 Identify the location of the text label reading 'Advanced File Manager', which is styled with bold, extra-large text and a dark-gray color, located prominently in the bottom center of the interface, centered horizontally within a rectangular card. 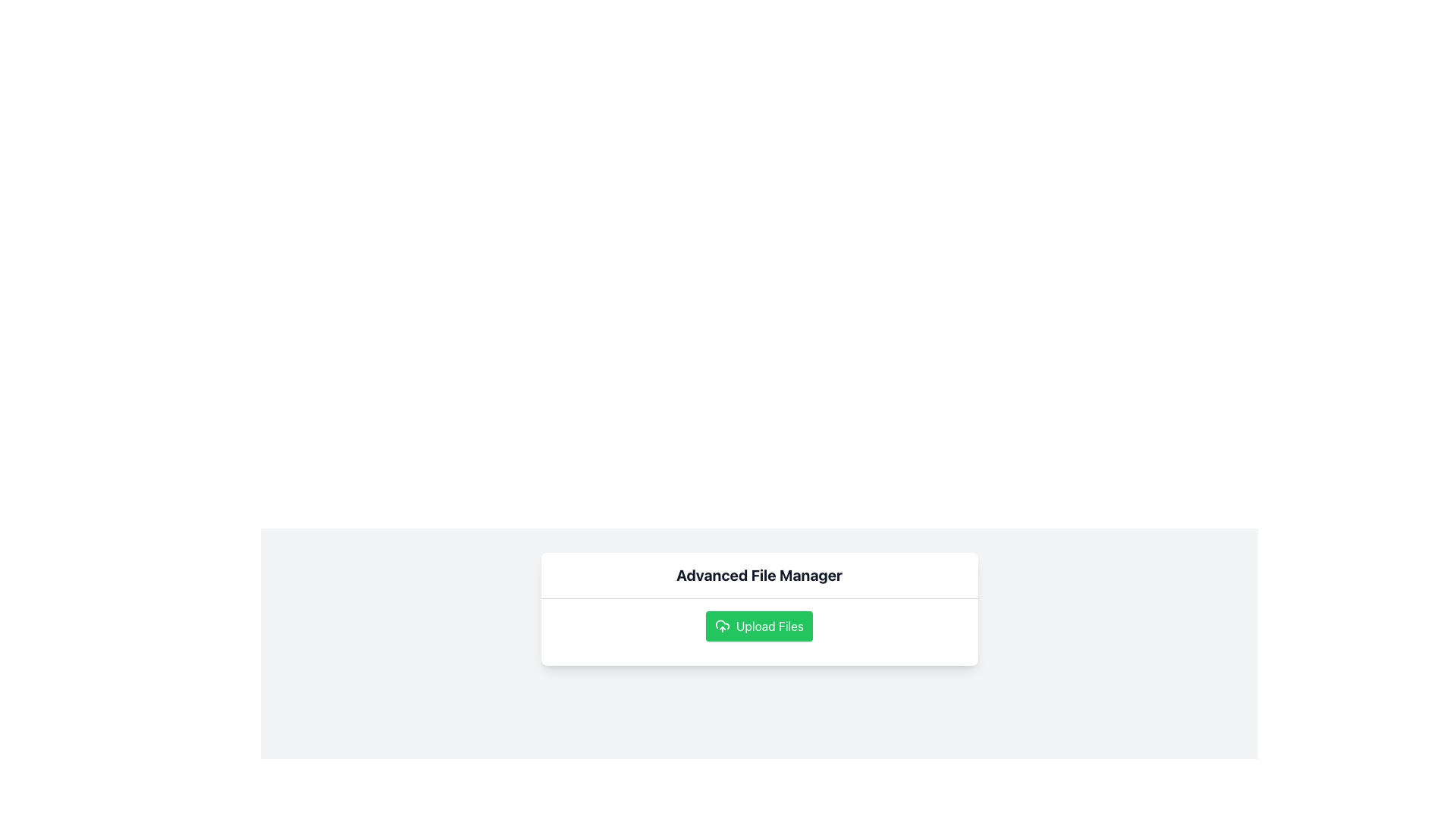
(759, 576).